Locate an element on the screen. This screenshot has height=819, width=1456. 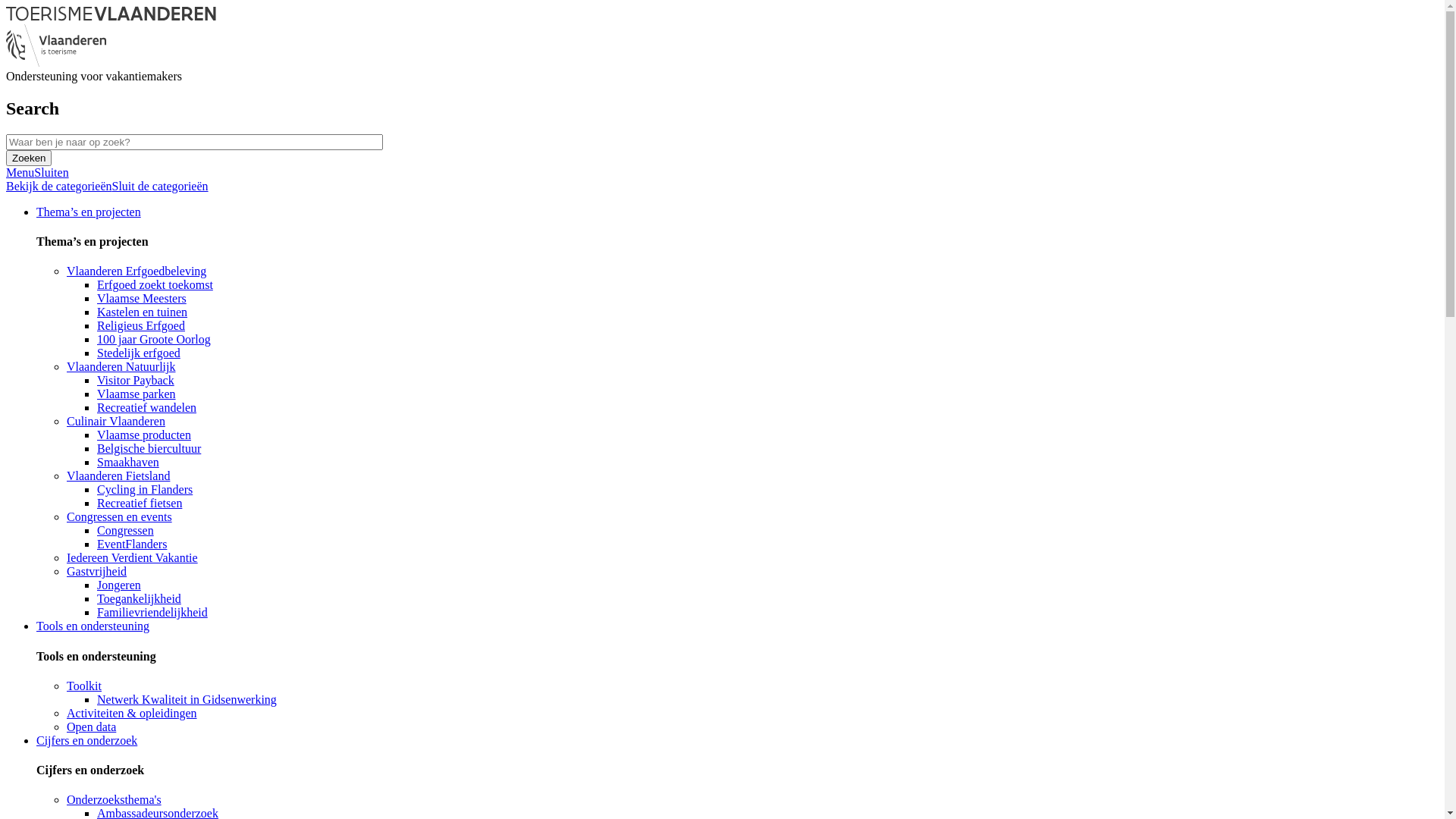
'Vlaanderen Erfgoedbeleving' is located at coordinates (136, 270).